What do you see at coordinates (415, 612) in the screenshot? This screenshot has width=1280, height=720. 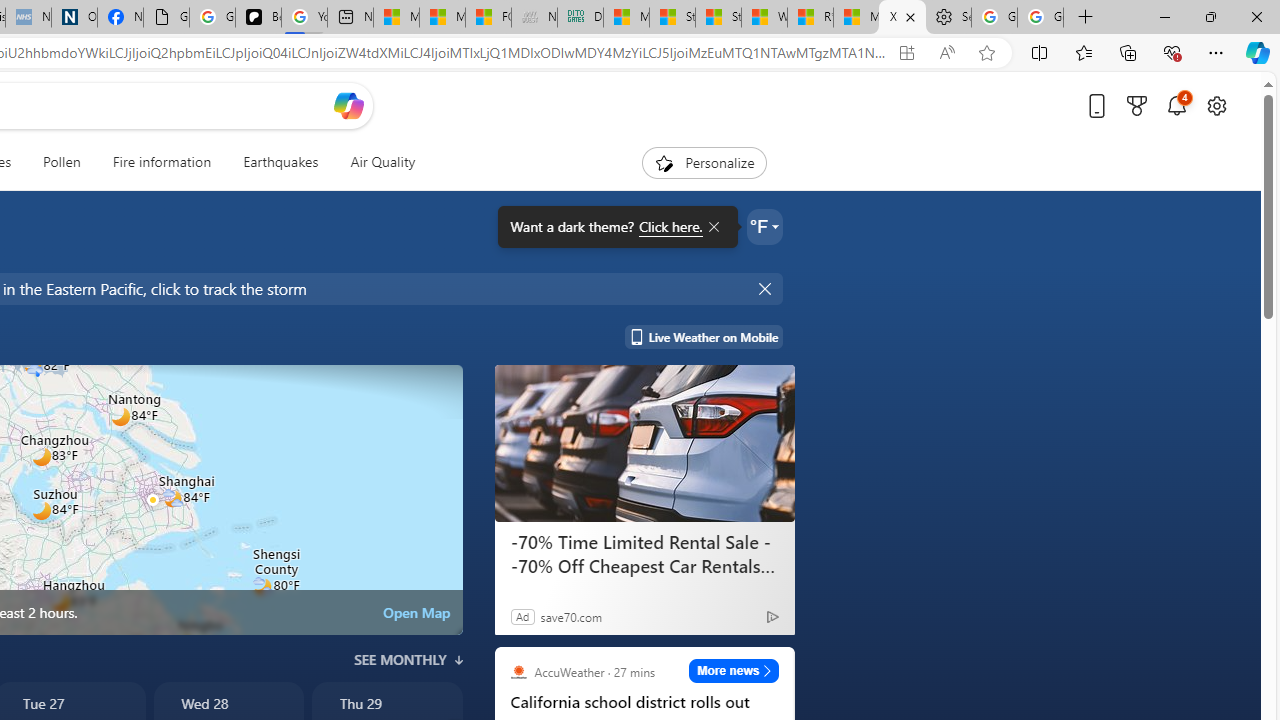 I see `'Open Map'` at bounding box center [415, 612].